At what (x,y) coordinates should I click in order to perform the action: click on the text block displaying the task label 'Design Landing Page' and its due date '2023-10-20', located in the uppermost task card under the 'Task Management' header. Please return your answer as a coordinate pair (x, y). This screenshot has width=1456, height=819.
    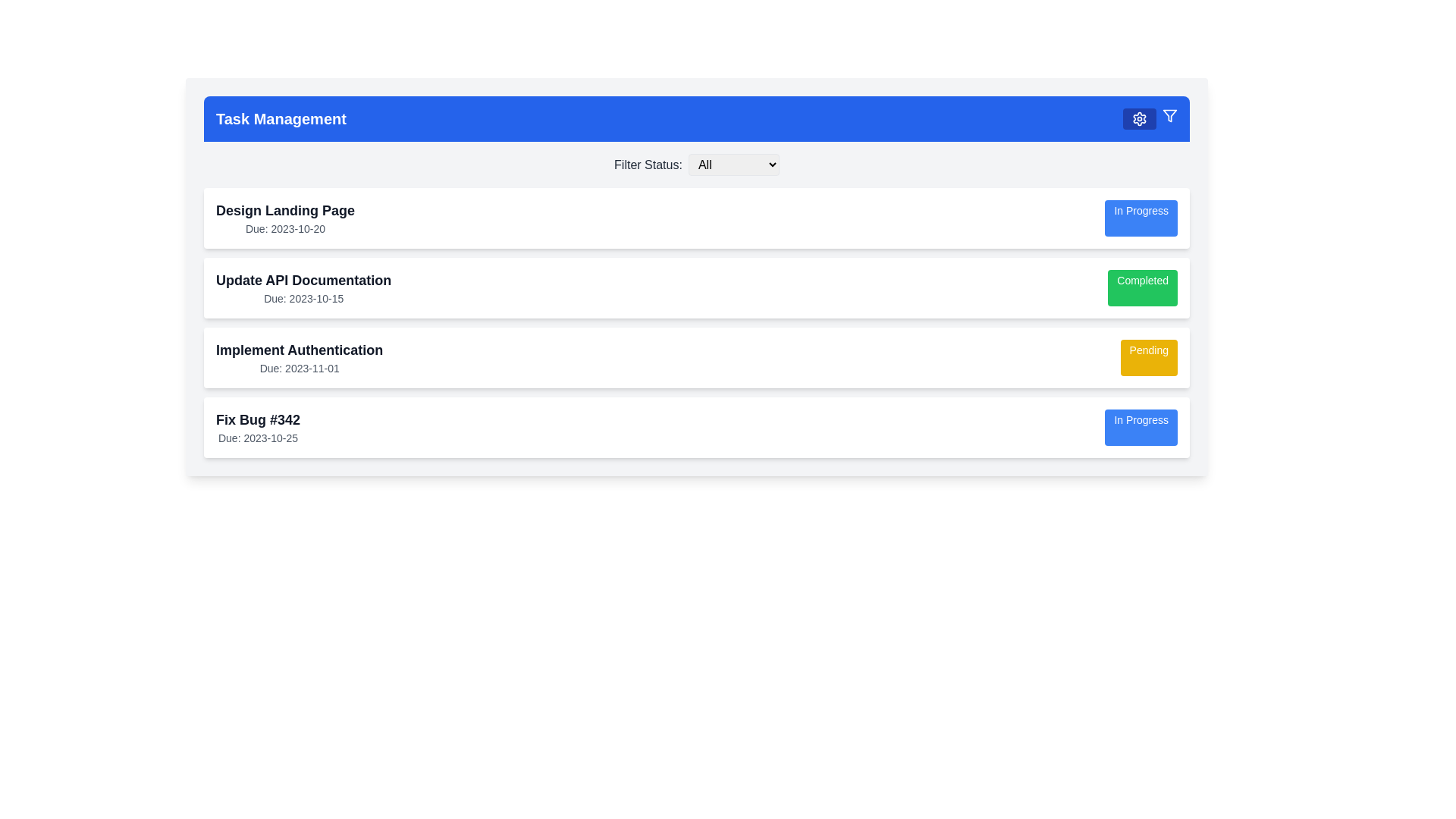
    Looking at the image, I should click on (285, 218).